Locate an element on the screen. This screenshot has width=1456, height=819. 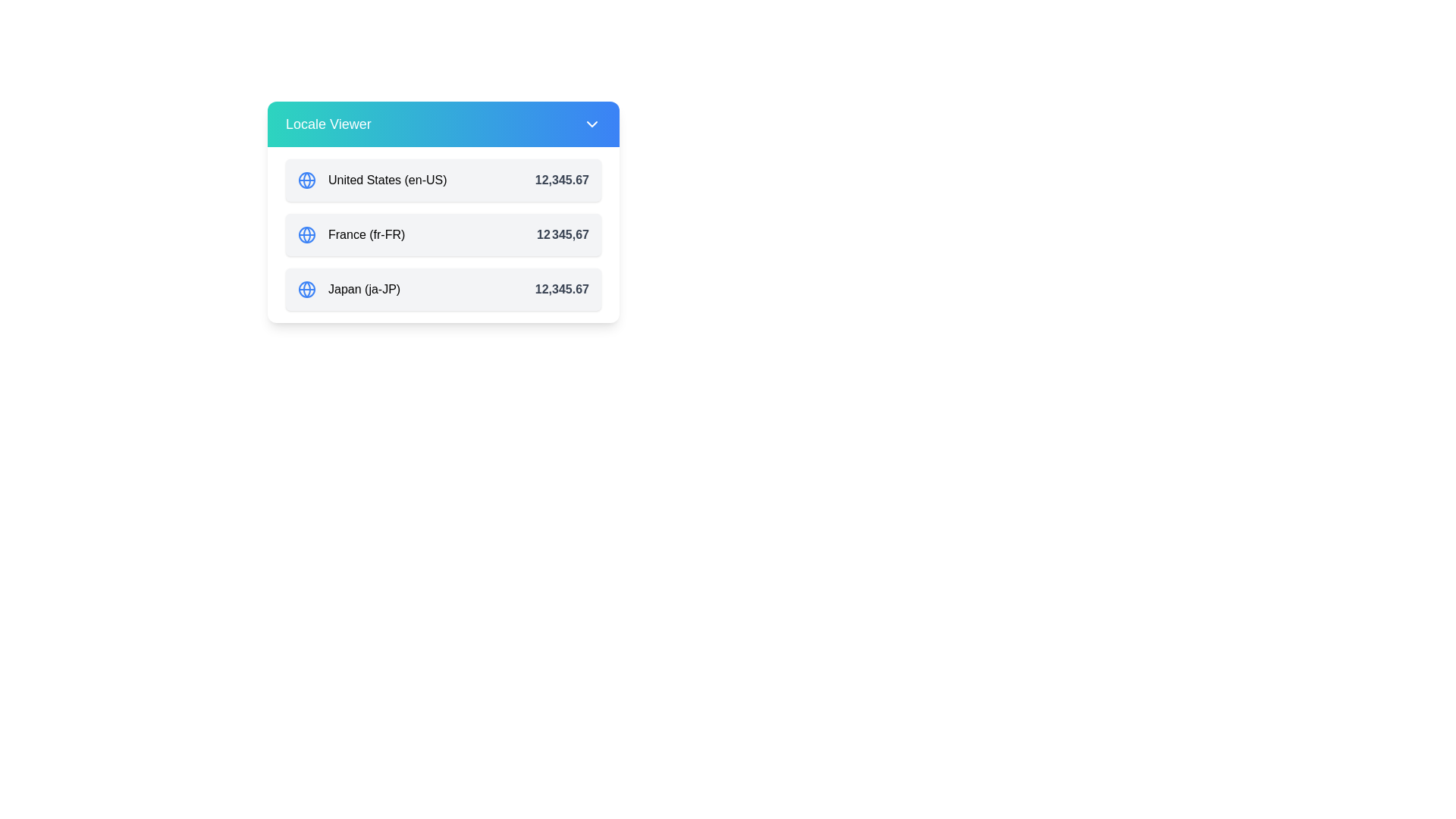
the plain text label displaying 'United States (en-US)' which is adjacent to a blue globe icon in the 'Locale Viewer' section of the interface is located at coordinates (388, 180).